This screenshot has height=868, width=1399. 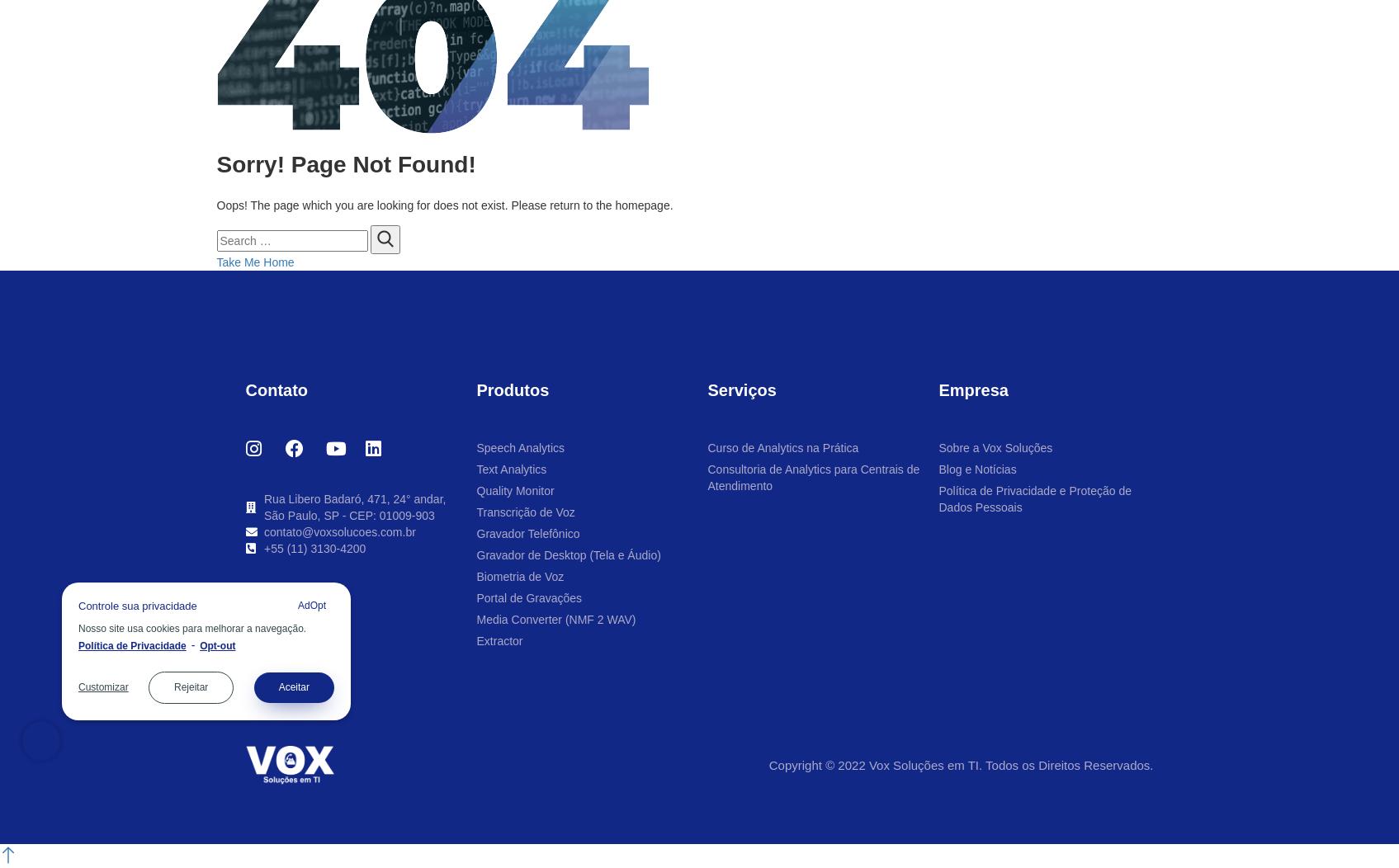 I want to click on 'Media Converter (NMF 2 WAV)', so click(x=555, y=617).